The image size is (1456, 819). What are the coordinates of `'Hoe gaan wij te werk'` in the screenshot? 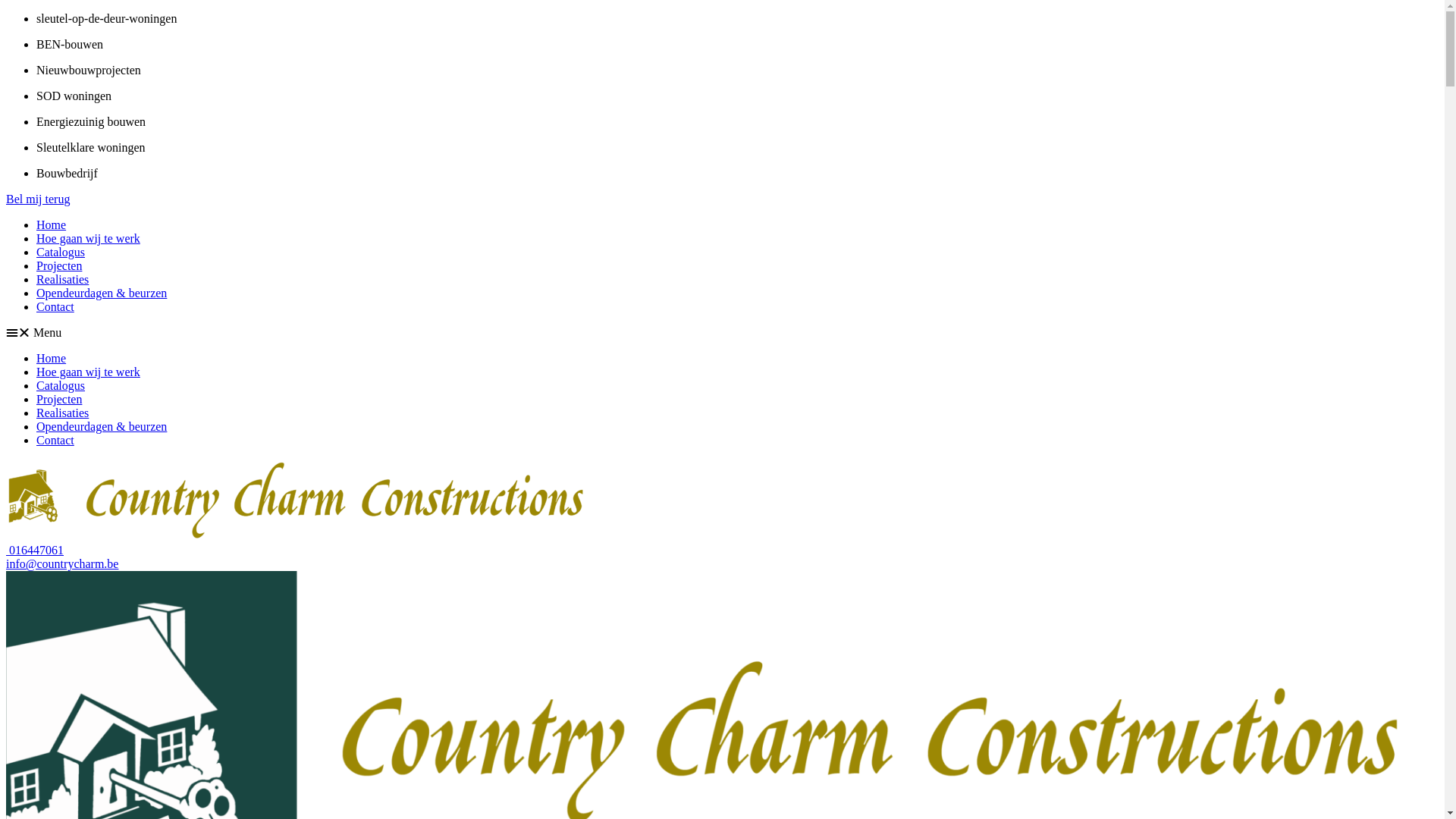 It's located at (87, 372).